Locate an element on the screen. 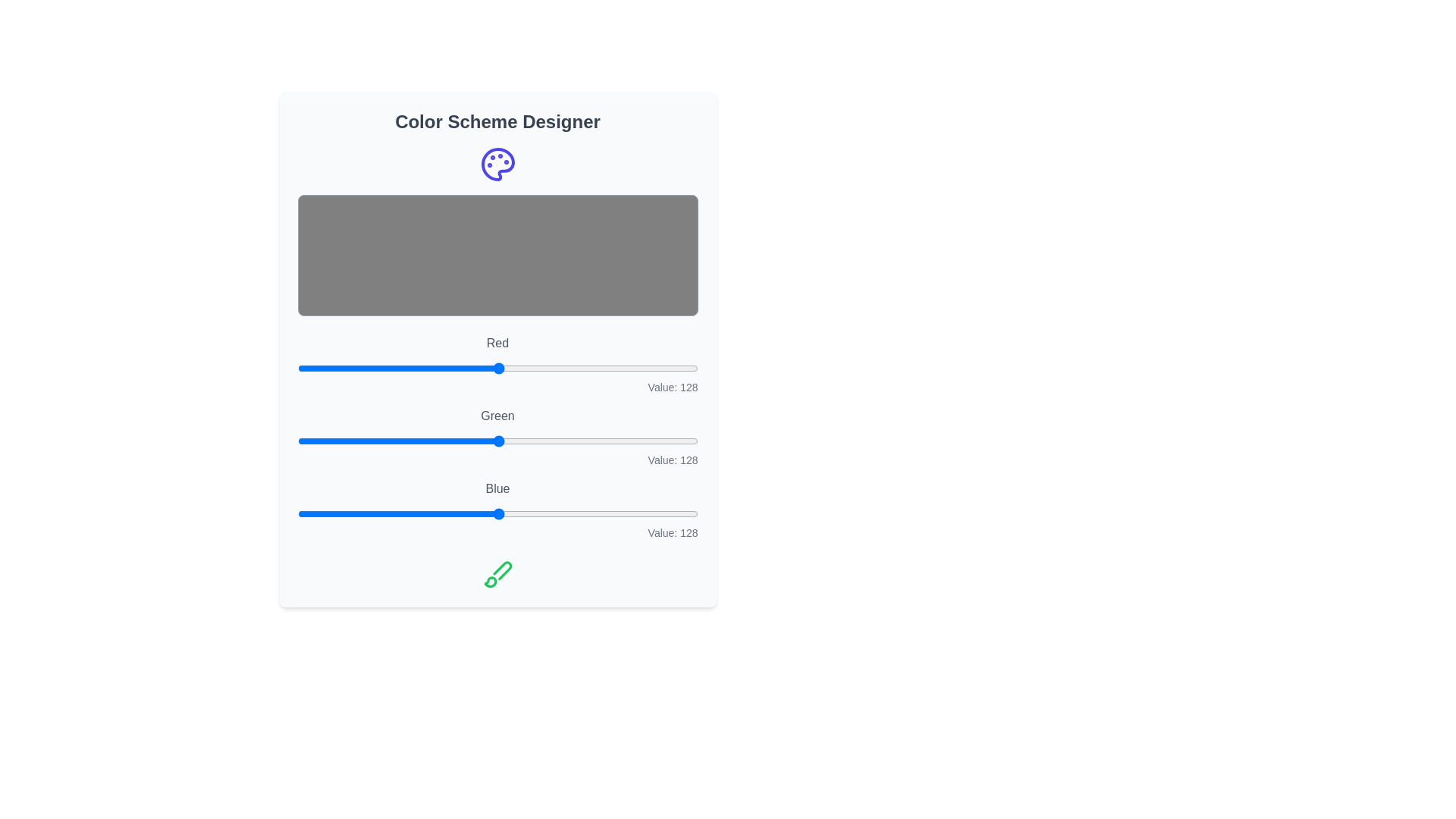 This screenshot has width=1456, height=819. the slider value is located at coordinates (435, 513).